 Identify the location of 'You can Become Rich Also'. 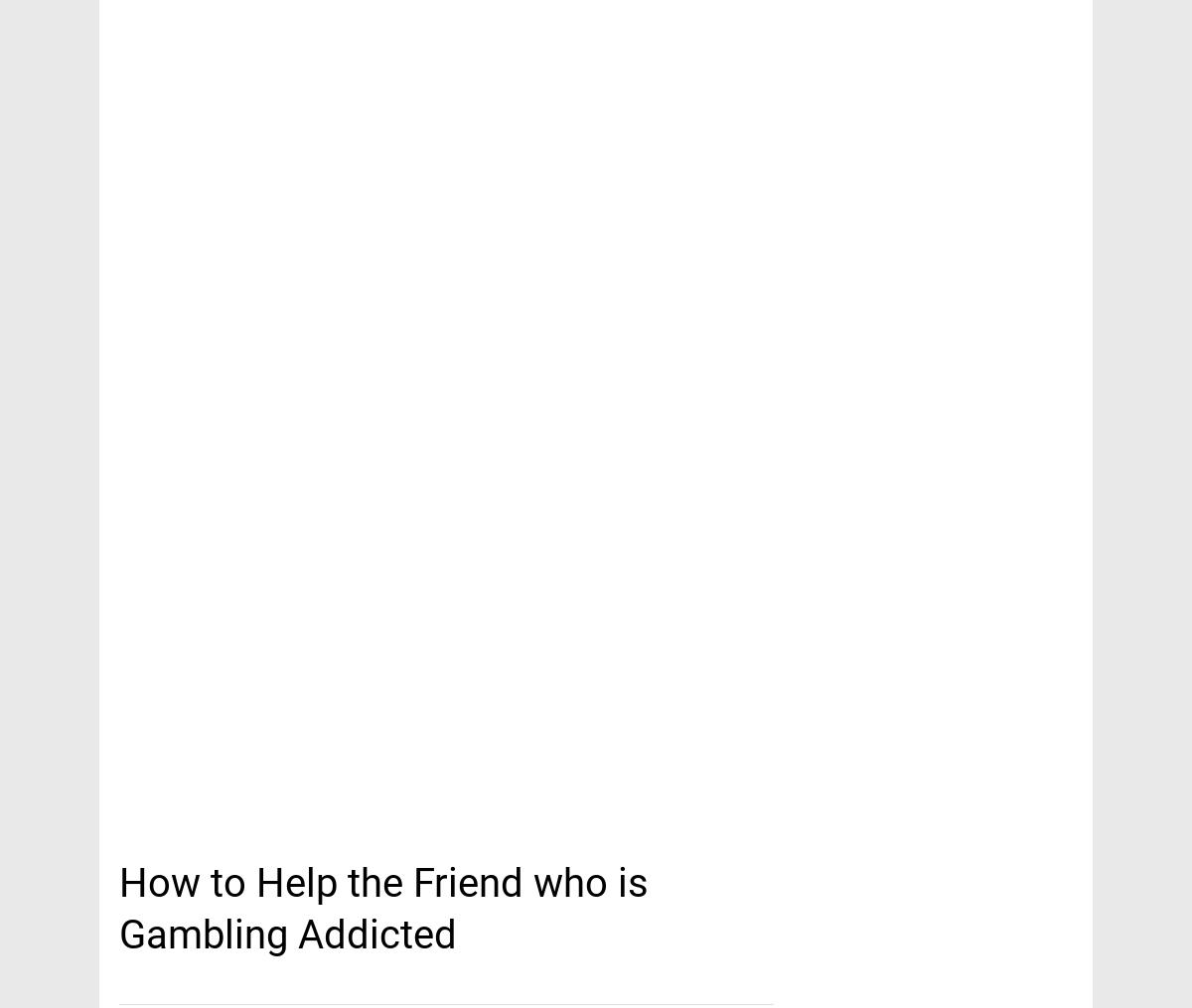
(228, 43).